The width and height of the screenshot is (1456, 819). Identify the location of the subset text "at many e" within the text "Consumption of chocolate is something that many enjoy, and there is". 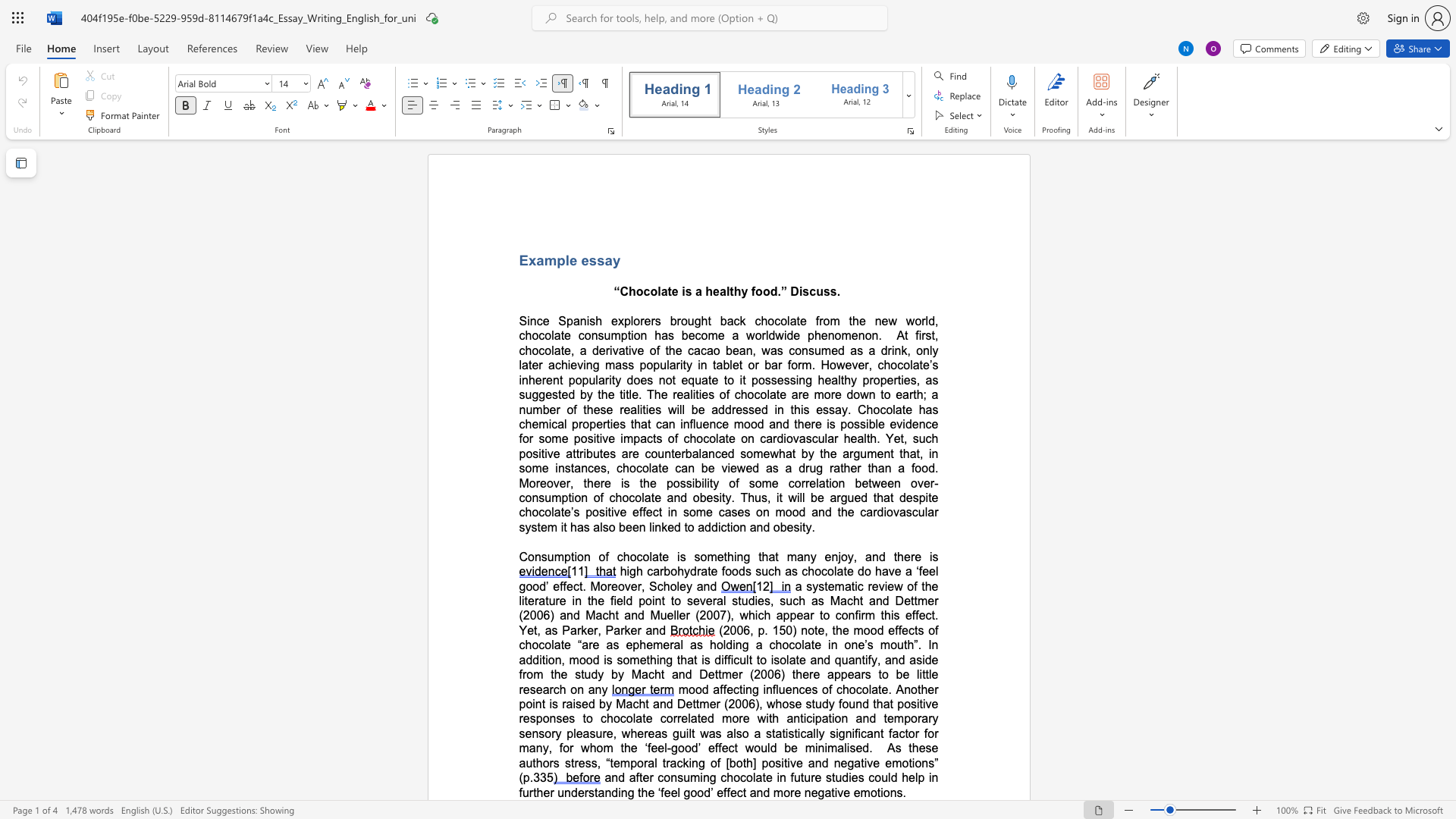
(768, 557).